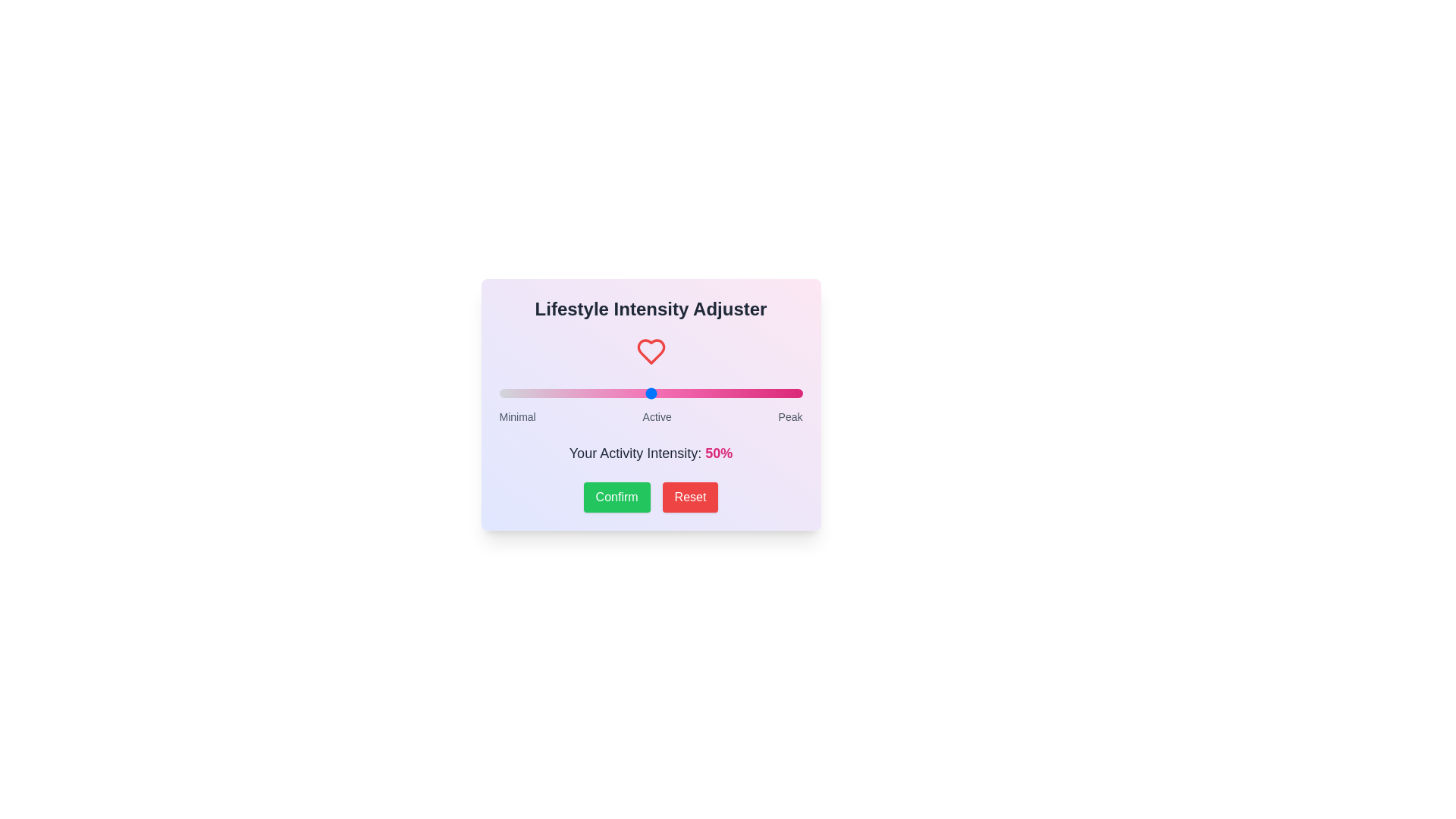  What do you see at coordinates (651, 351) in the screenshot?
I see `the heart icon for visual feedback` at bounding box center [651, 351].